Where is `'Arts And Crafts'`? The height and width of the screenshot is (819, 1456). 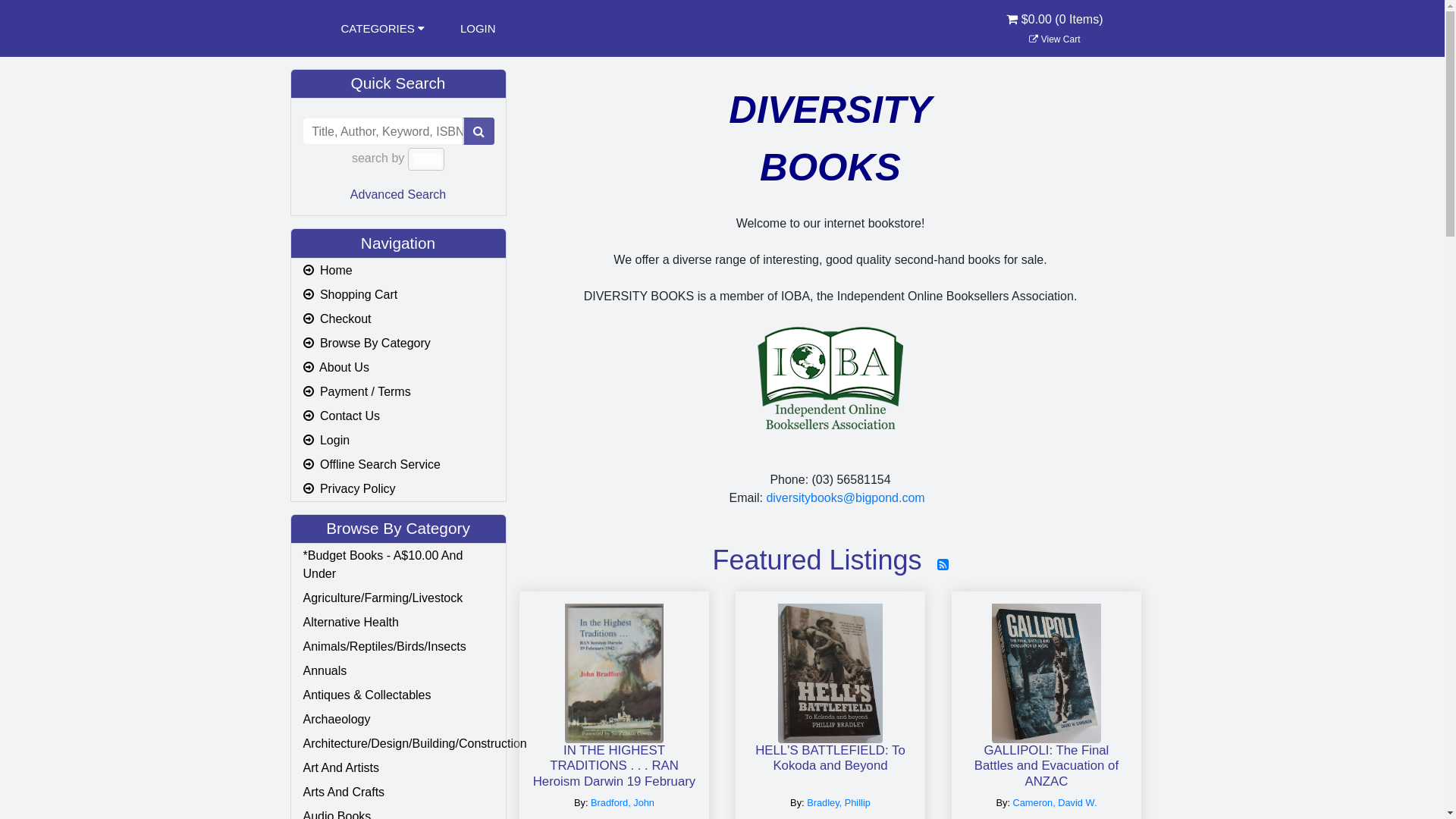 'Arts And Crafts' is located at coordinates (291, 792).